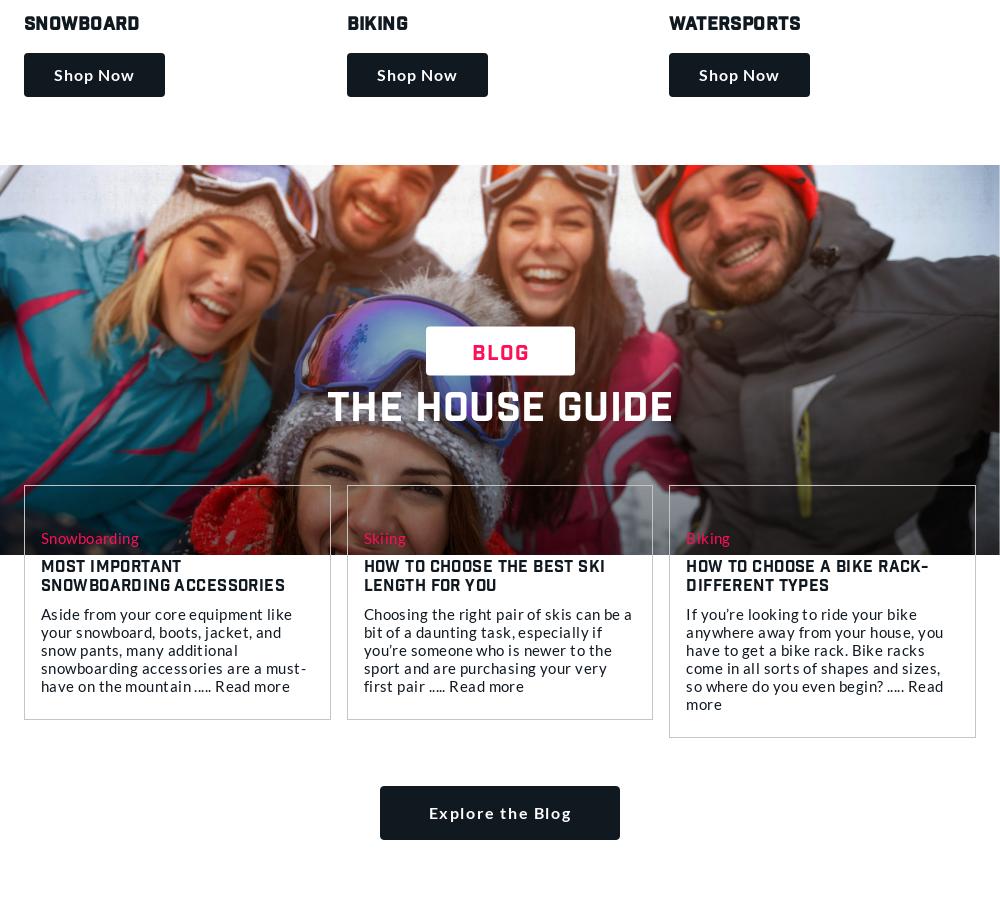  Describe the element at coordinates (496, 648) in the screenshot. I see `'Choosing the right pair of skis can be a bit of a daunting task, especially if you’re someone who is newer to the sport and are purchasing your very first pair ..... Read more'` at that location.